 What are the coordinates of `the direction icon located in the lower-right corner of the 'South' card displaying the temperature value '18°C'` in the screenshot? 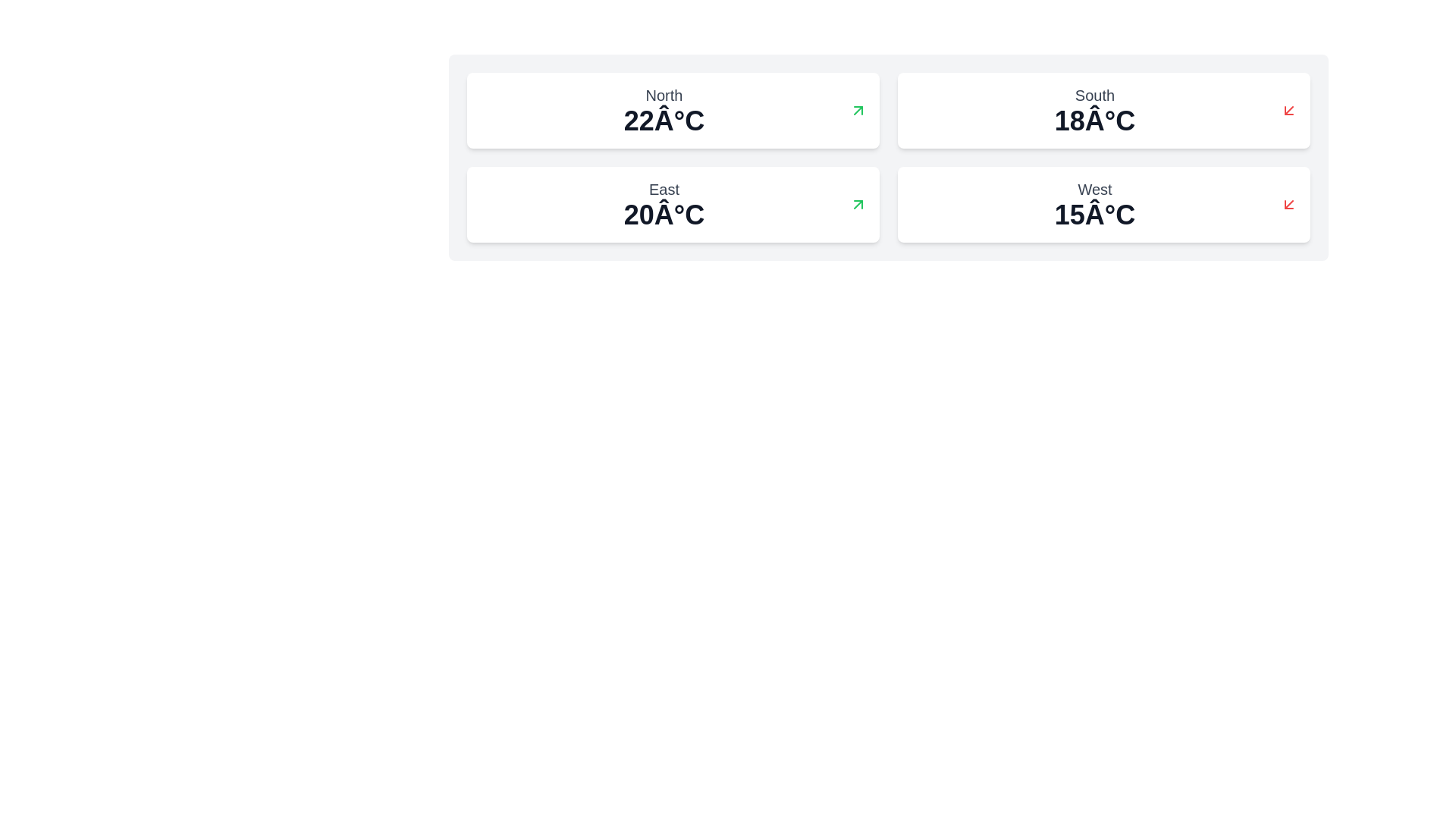 It's located at (1288, 110).